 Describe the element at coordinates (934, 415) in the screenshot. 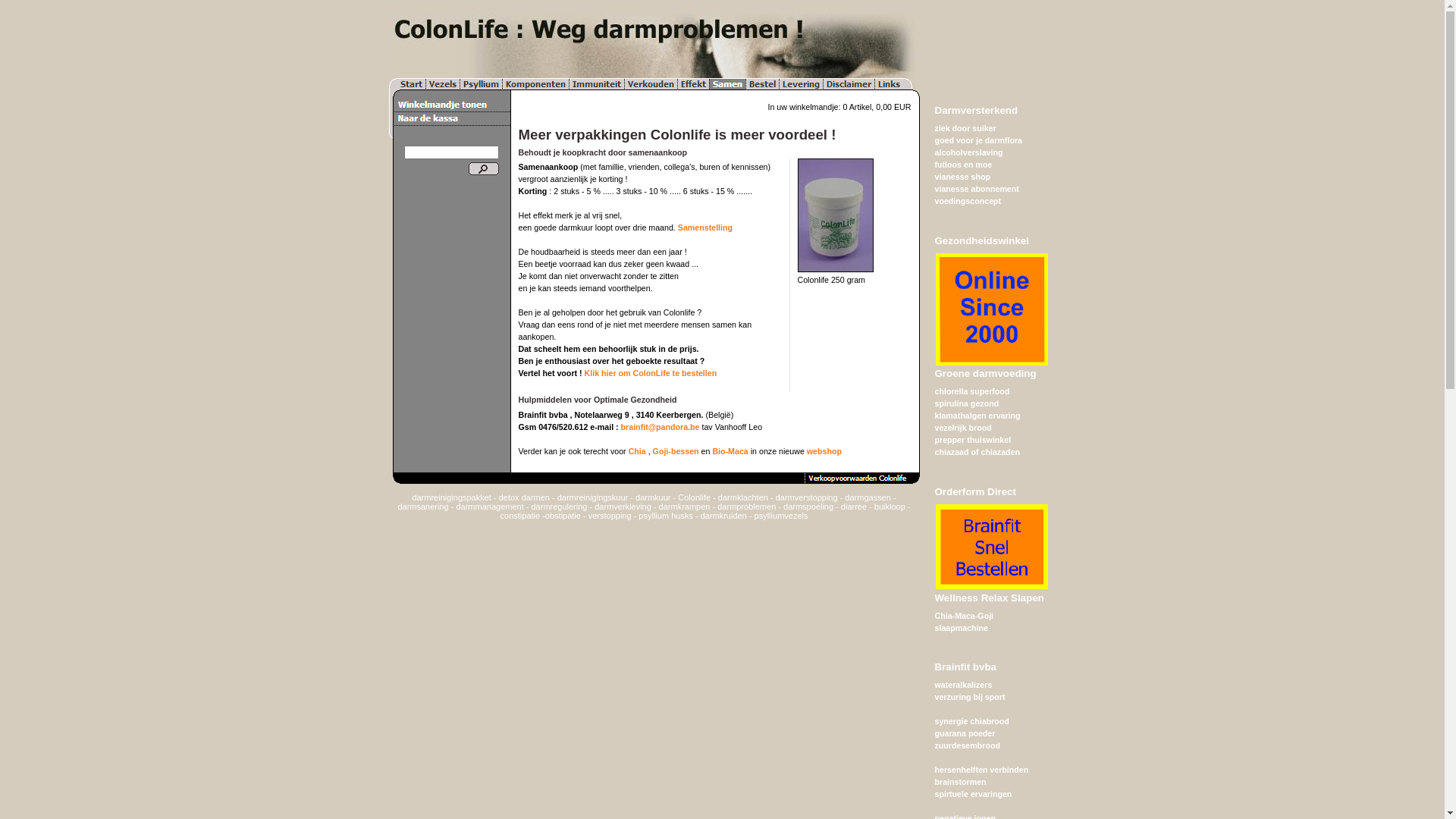

I see `'klamathalgen ervaring'` at that location.